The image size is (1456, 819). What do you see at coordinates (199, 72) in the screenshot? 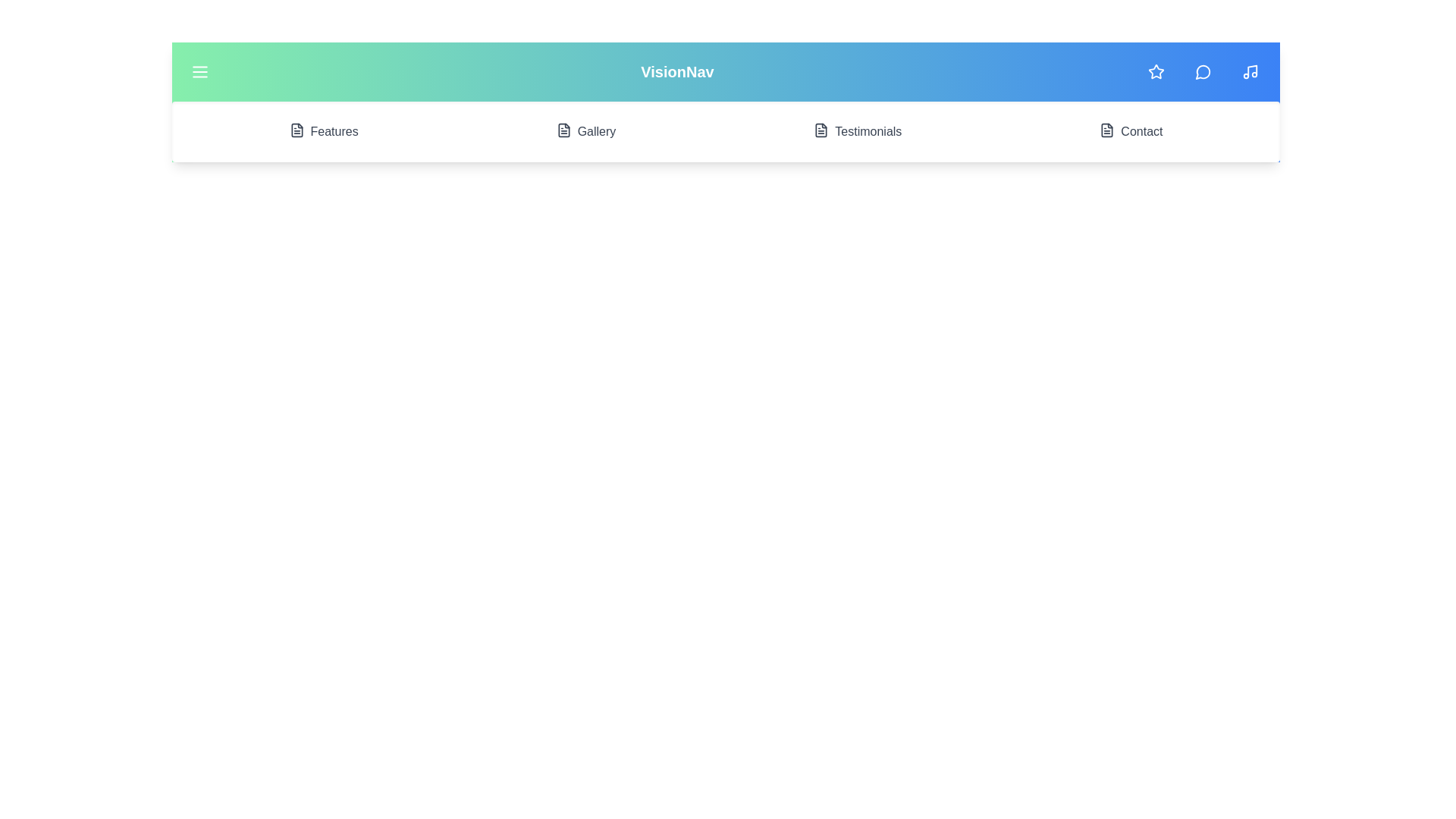
I see `the menu toggle button to toggle the menu visibility` at bounding box center [199, 72].